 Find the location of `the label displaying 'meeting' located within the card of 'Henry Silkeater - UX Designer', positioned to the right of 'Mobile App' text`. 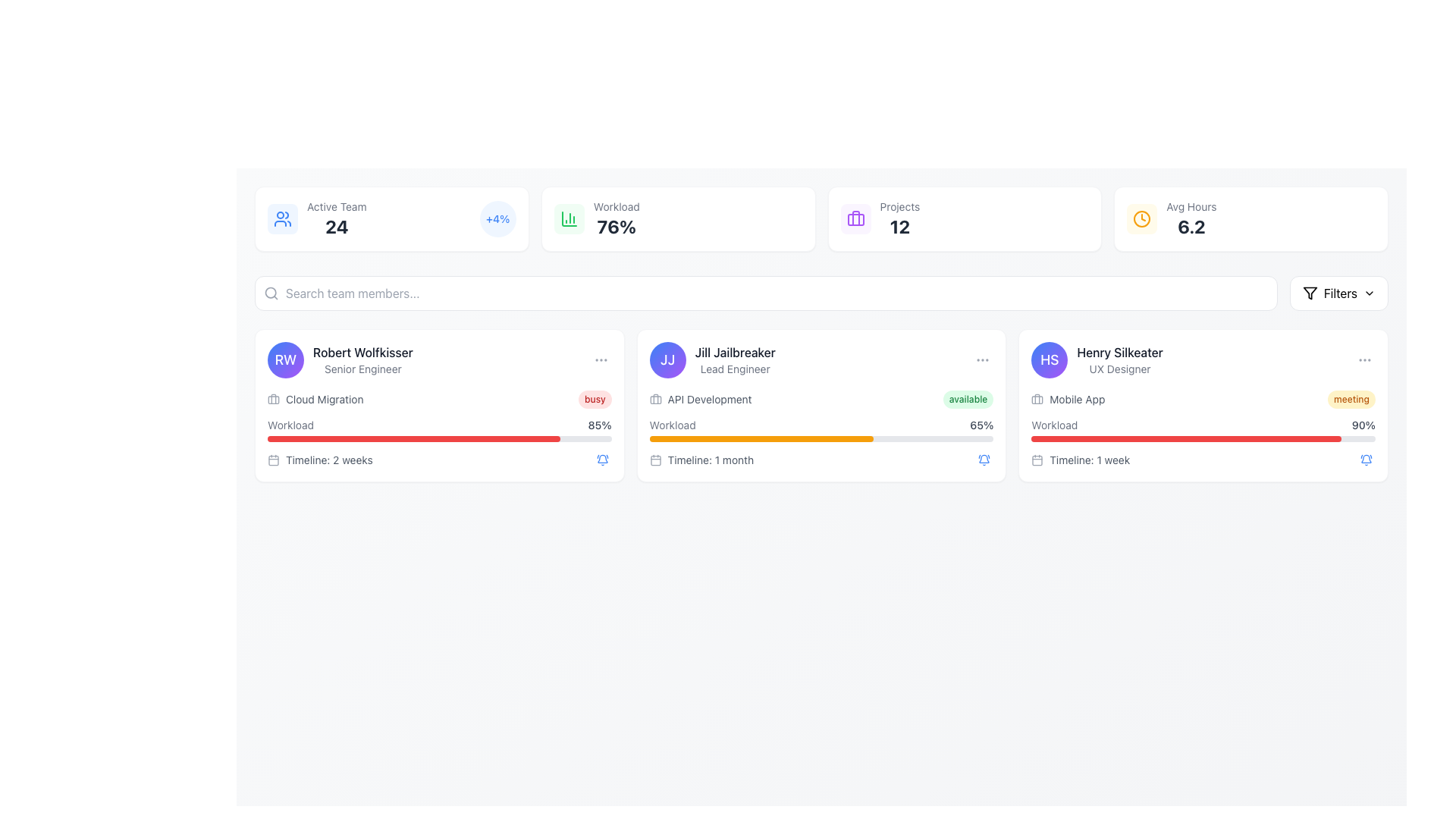

the label displaying 'meeting' located within the card of 'Henry Silkeater - UX Designer', positioned to the right of 'Mobile App' text is located at coordinates (1351, 399).